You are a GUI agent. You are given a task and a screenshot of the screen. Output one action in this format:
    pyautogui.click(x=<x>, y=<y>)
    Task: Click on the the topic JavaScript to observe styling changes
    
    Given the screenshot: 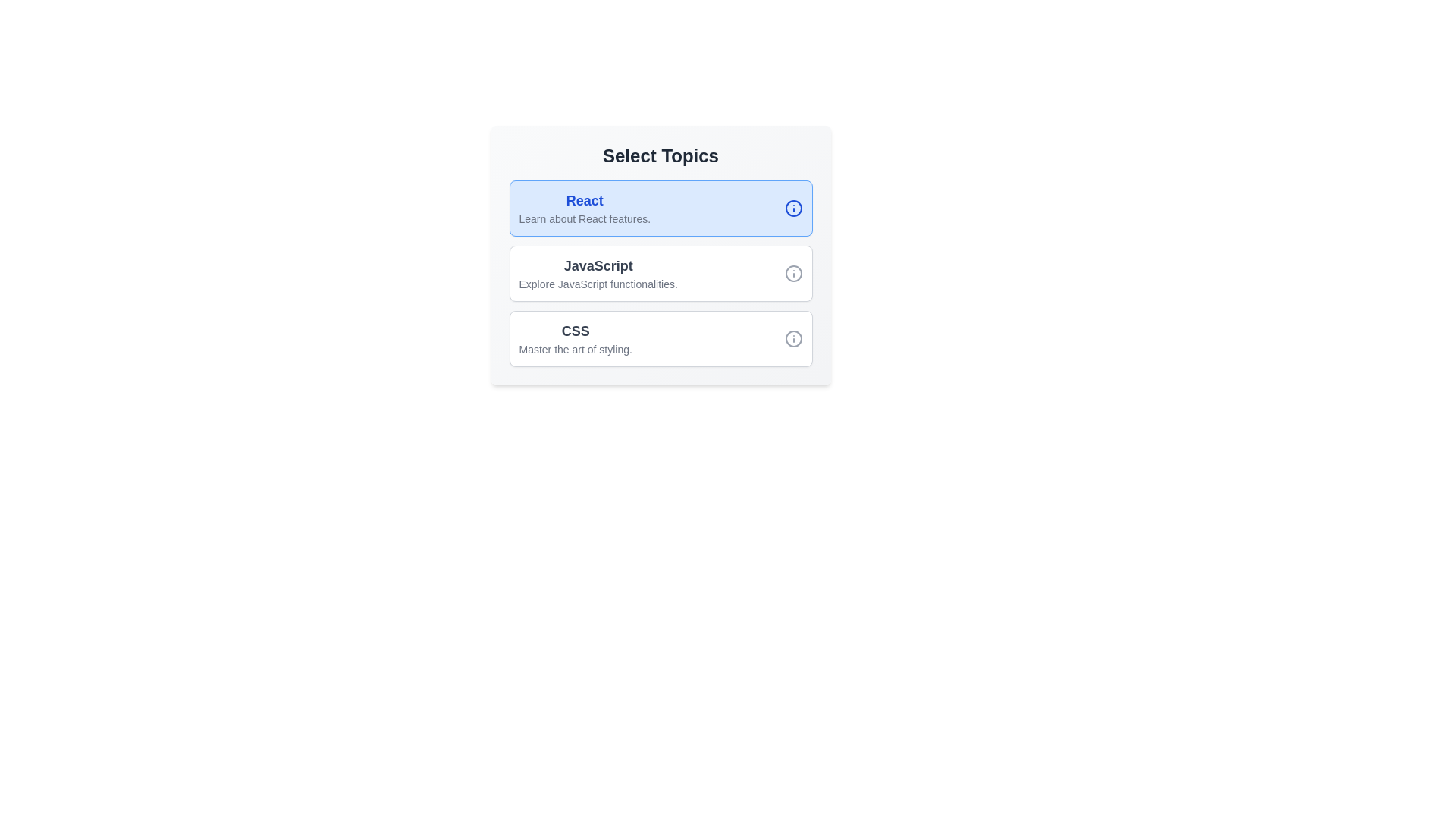 What is the action you would take?
    pyautogui.click(x=598, y=274)
    